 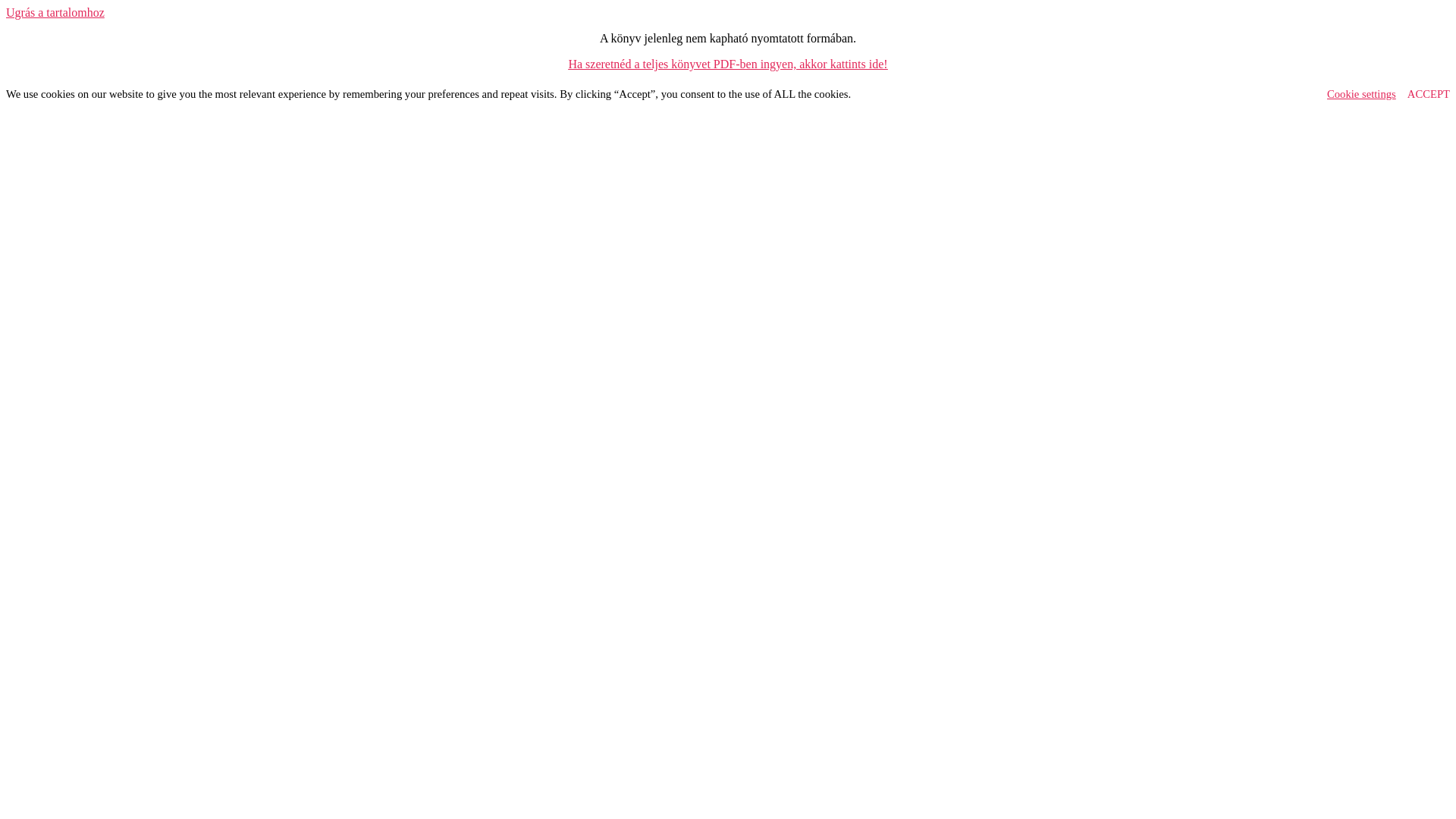 I want to click on 'ACCEPT', so click(x=1427, y=93).